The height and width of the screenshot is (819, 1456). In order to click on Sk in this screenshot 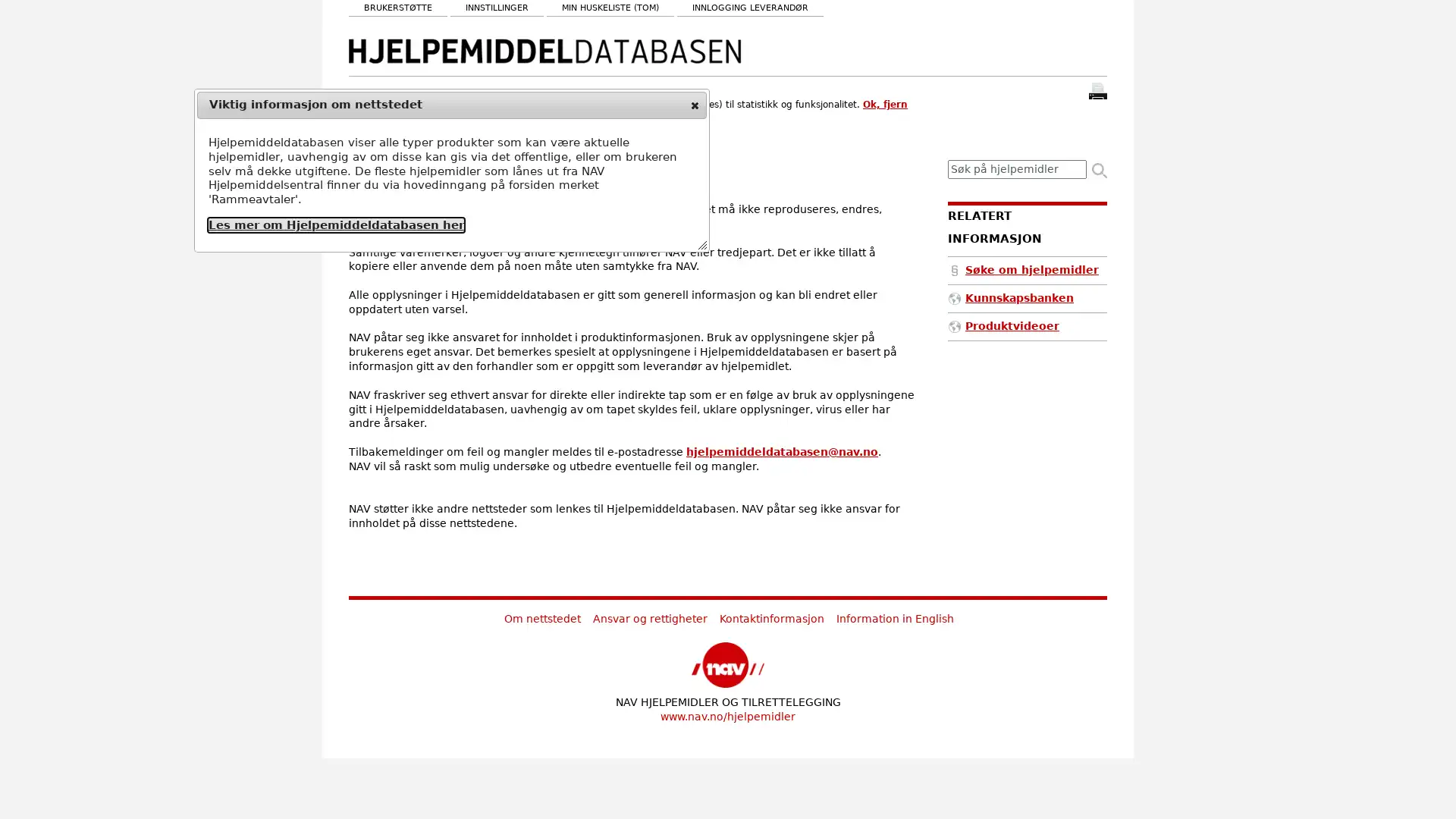, I will do `click(1099, 169)`.